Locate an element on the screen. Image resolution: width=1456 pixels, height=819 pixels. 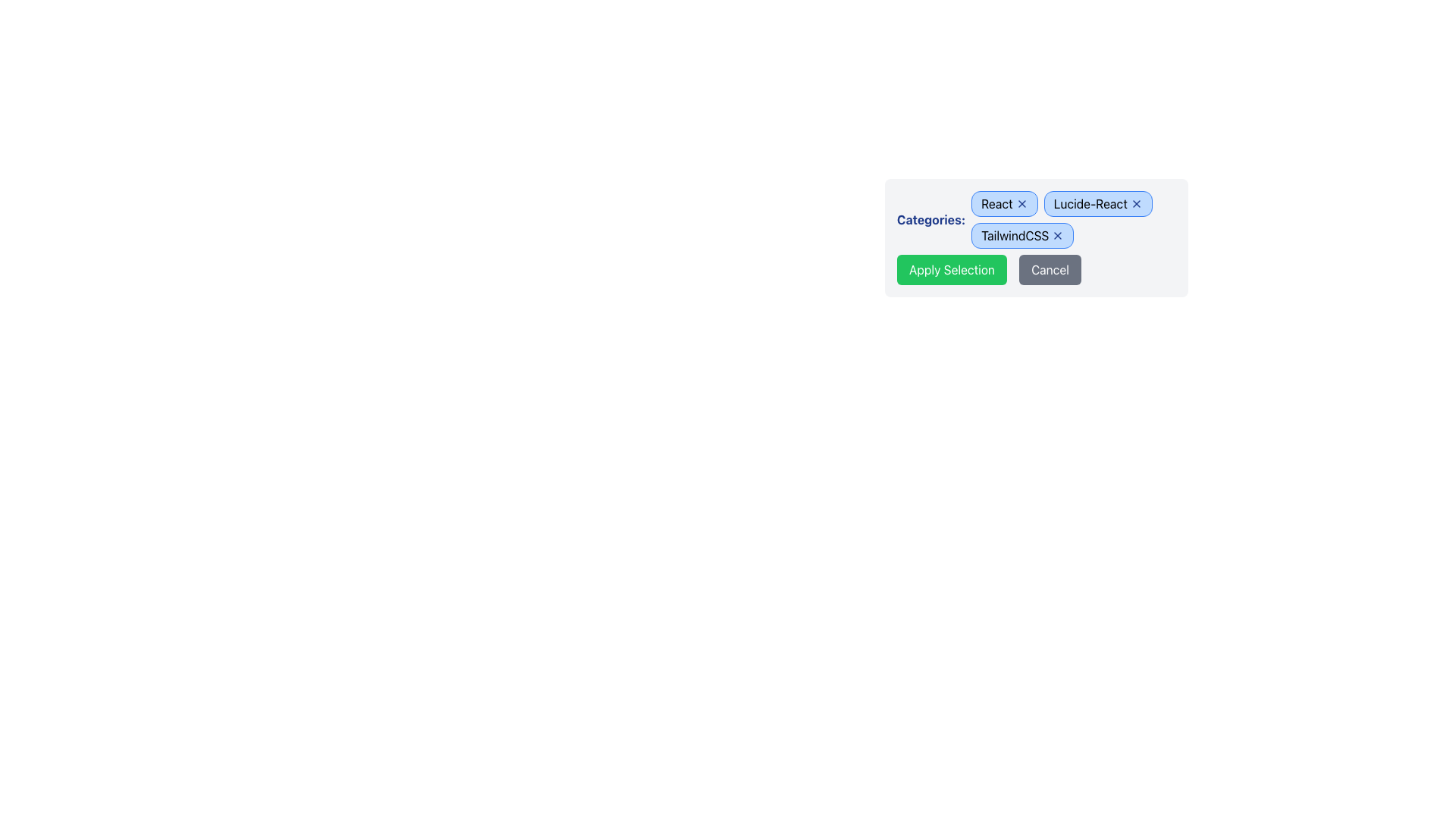
the close icon button for the 'Lucide-React' tag is located at coordinates (1136, 203).